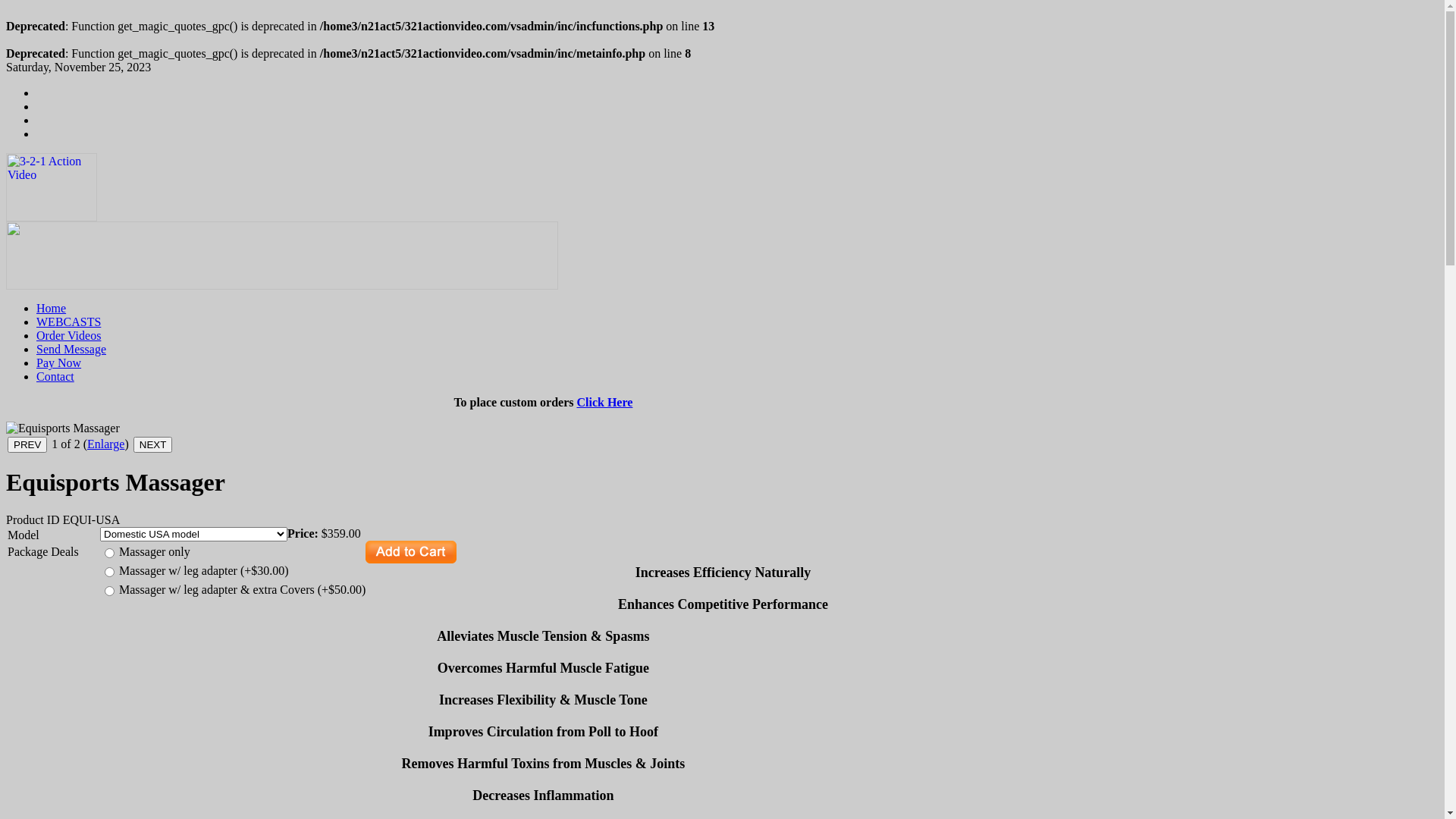  What do you see at coordinates (108, 553) in the screenshot?
I see `'147'` at bounding box center [108, 553].